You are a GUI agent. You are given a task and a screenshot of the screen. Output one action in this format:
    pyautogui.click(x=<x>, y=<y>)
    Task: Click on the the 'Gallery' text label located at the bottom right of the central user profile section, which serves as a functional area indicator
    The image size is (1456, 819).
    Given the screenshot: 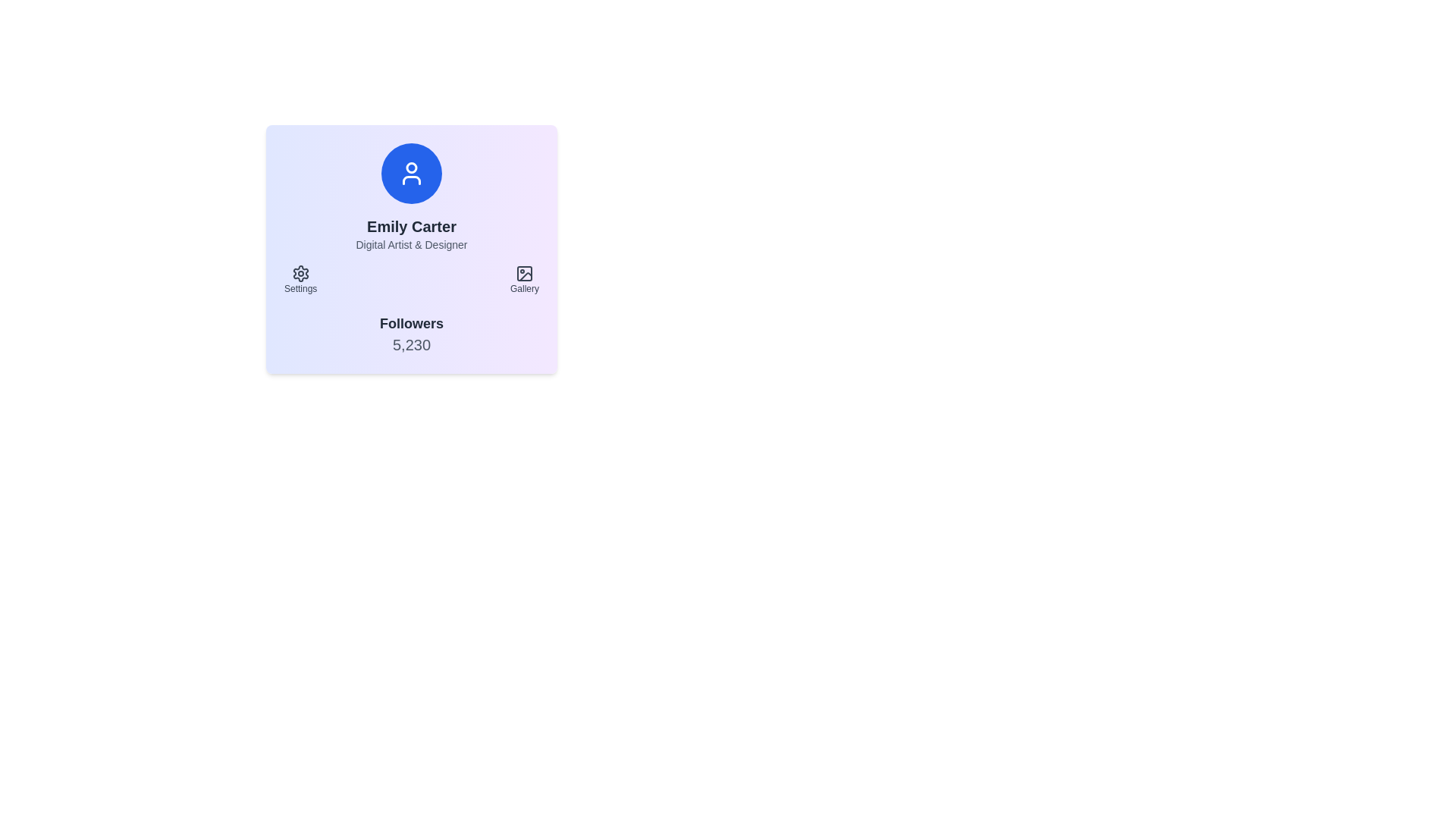 What is the action you would take?
    pyautogui.click(x=524, y=289)
    